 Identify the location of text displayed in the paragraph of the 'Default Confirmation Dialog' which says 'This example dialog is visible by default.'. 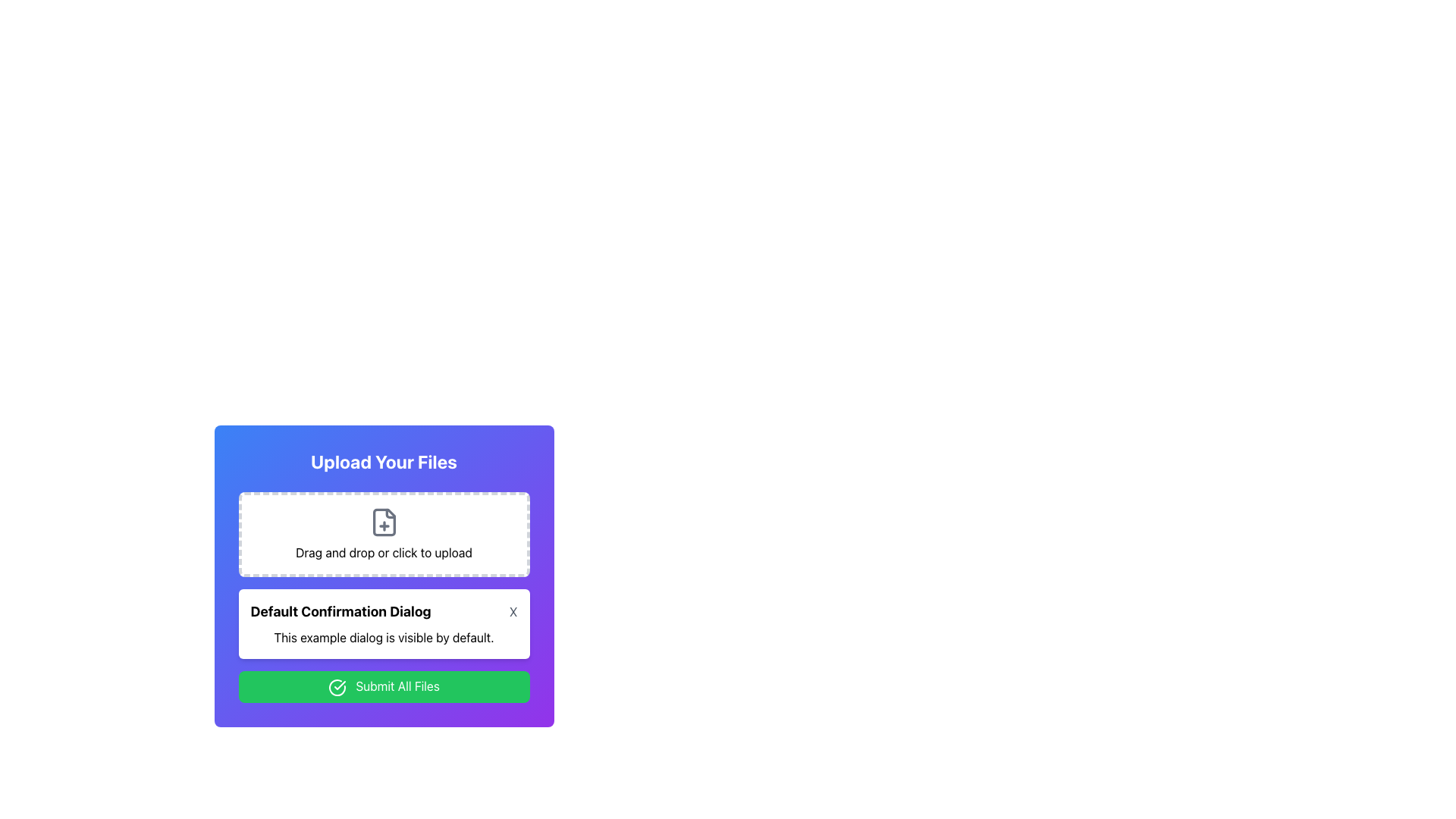
(384, 637).